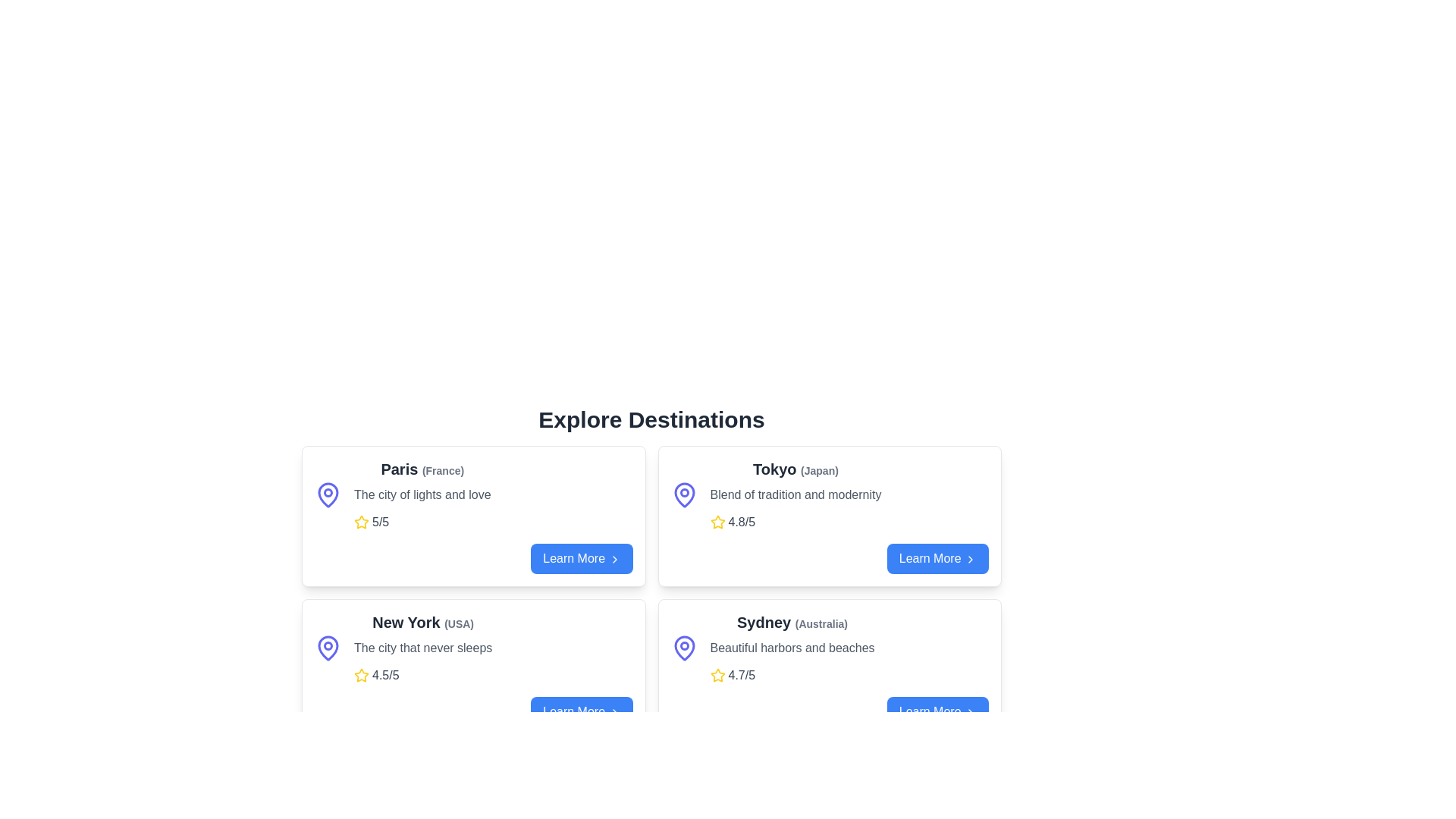 Image resolution: width=1456 pixels, height=819 pixels. I want to click on the text element displaying 'The city of lights and love', which is located below the title 'Paris' and above the rating information within the destination card for 'Paris (France)', so click(422, 494).